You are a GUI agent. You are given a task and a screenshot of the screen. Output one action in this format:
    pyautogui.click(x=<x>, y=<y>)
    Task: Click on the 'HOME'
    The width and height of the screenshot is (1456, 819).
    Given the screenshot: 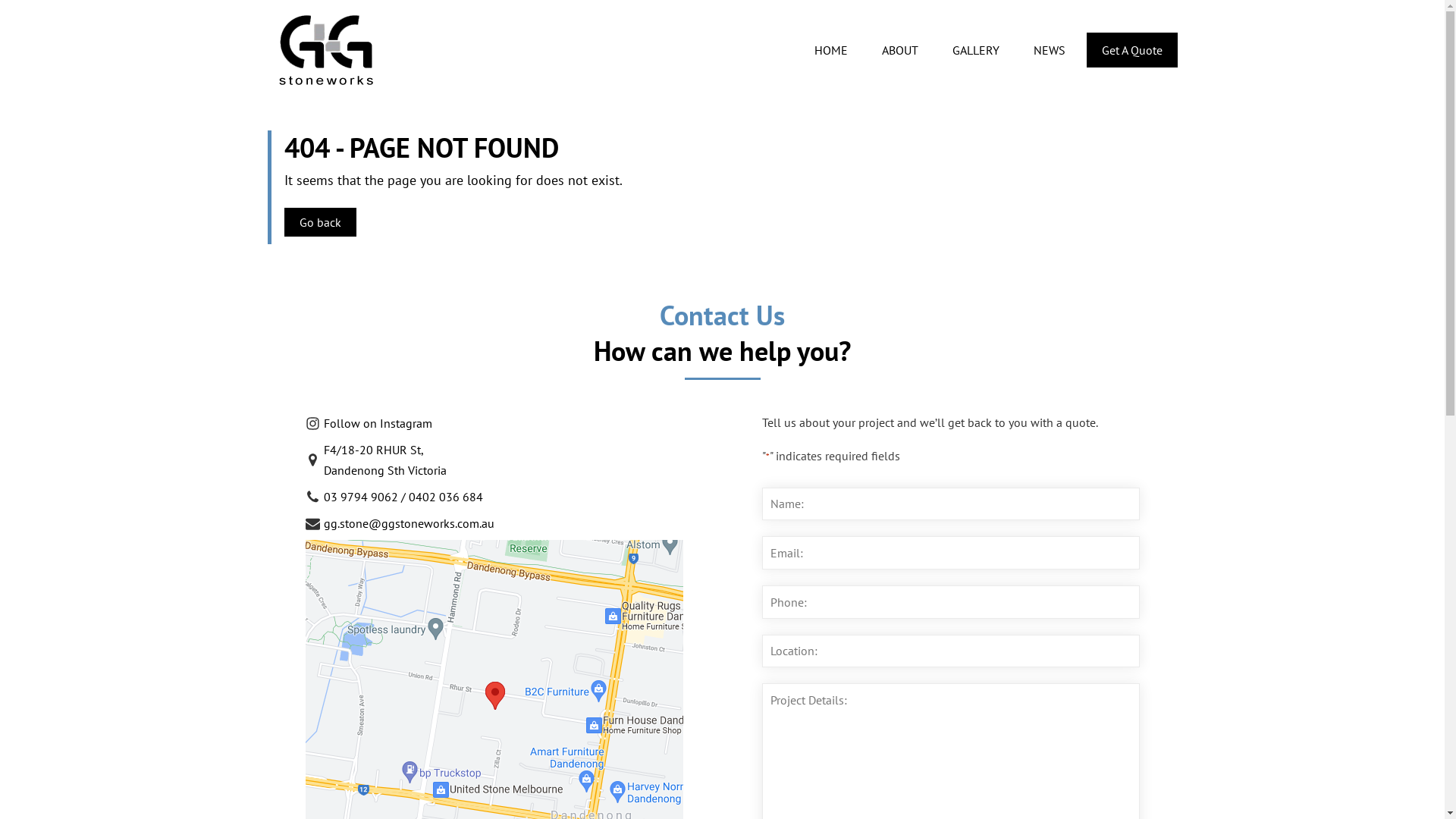 What is the action you would take?
    pyautogui.click(x=830, y=49)
    